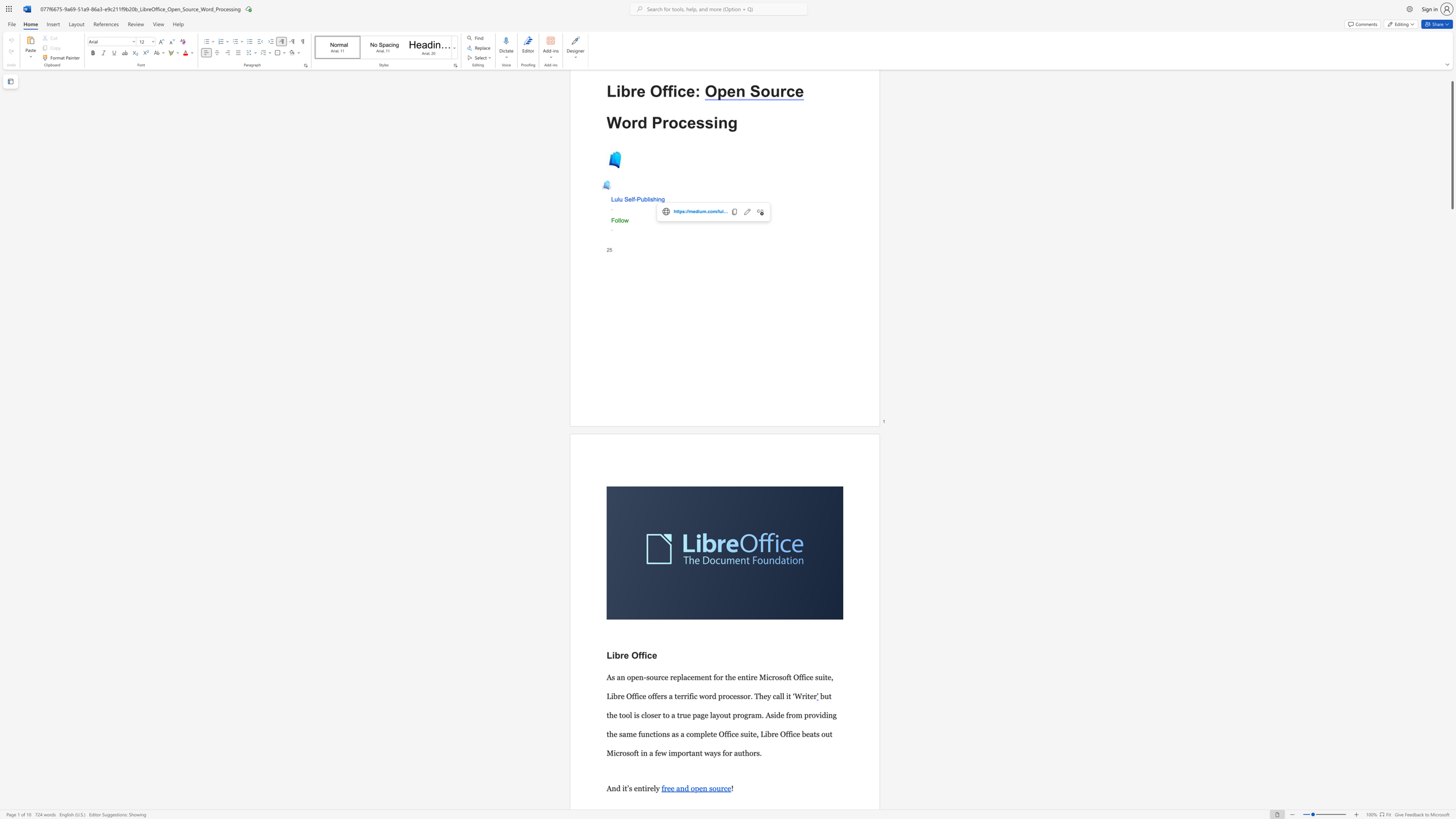 This screenshot has width=1456, height=819. I want to click on the 1th character "n" in the text, so click(640, 788).